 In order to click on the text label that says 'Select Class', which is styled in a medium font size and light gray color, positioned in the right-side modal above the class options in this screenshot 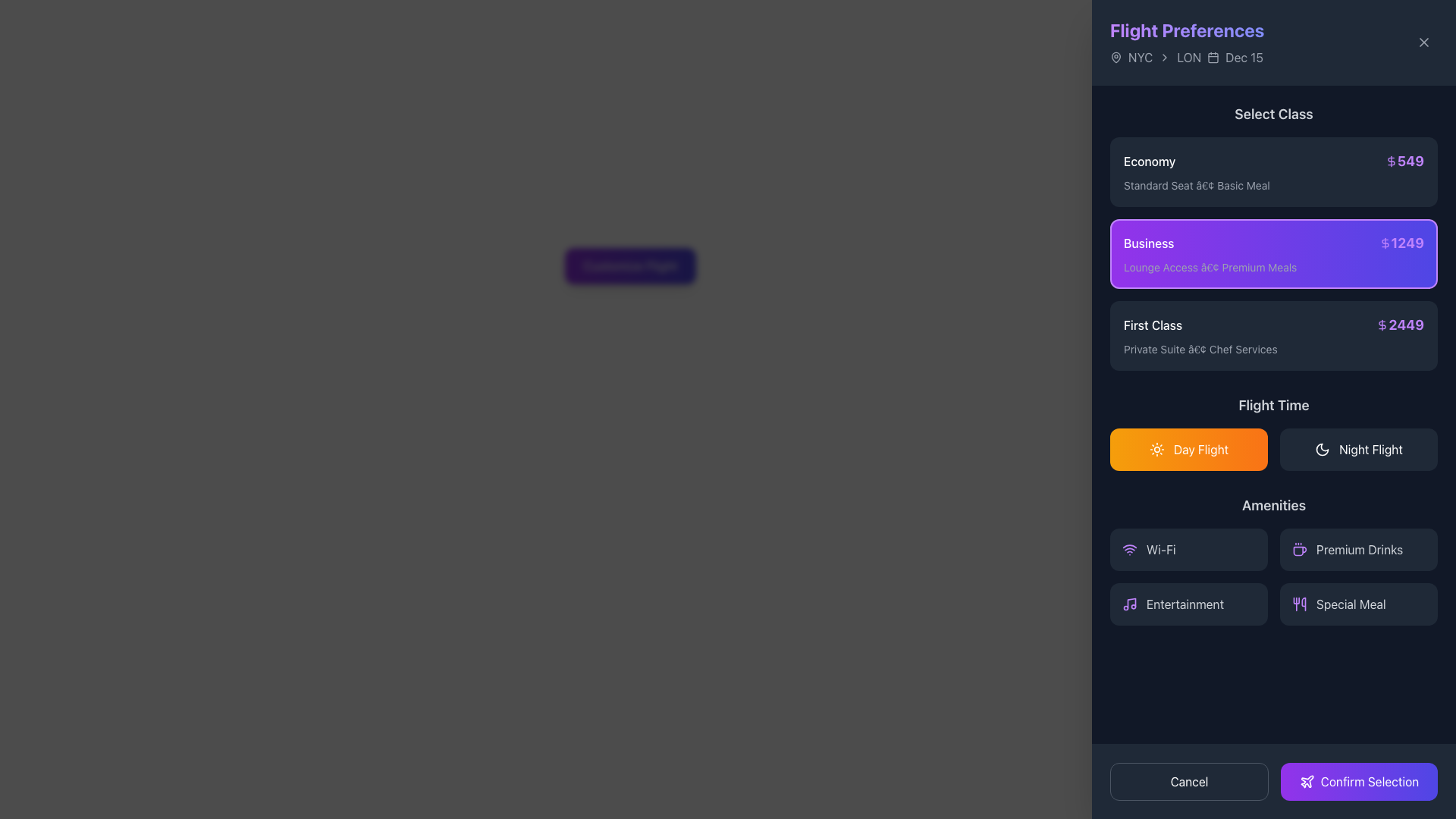, I will do `click(1274, 113)`.